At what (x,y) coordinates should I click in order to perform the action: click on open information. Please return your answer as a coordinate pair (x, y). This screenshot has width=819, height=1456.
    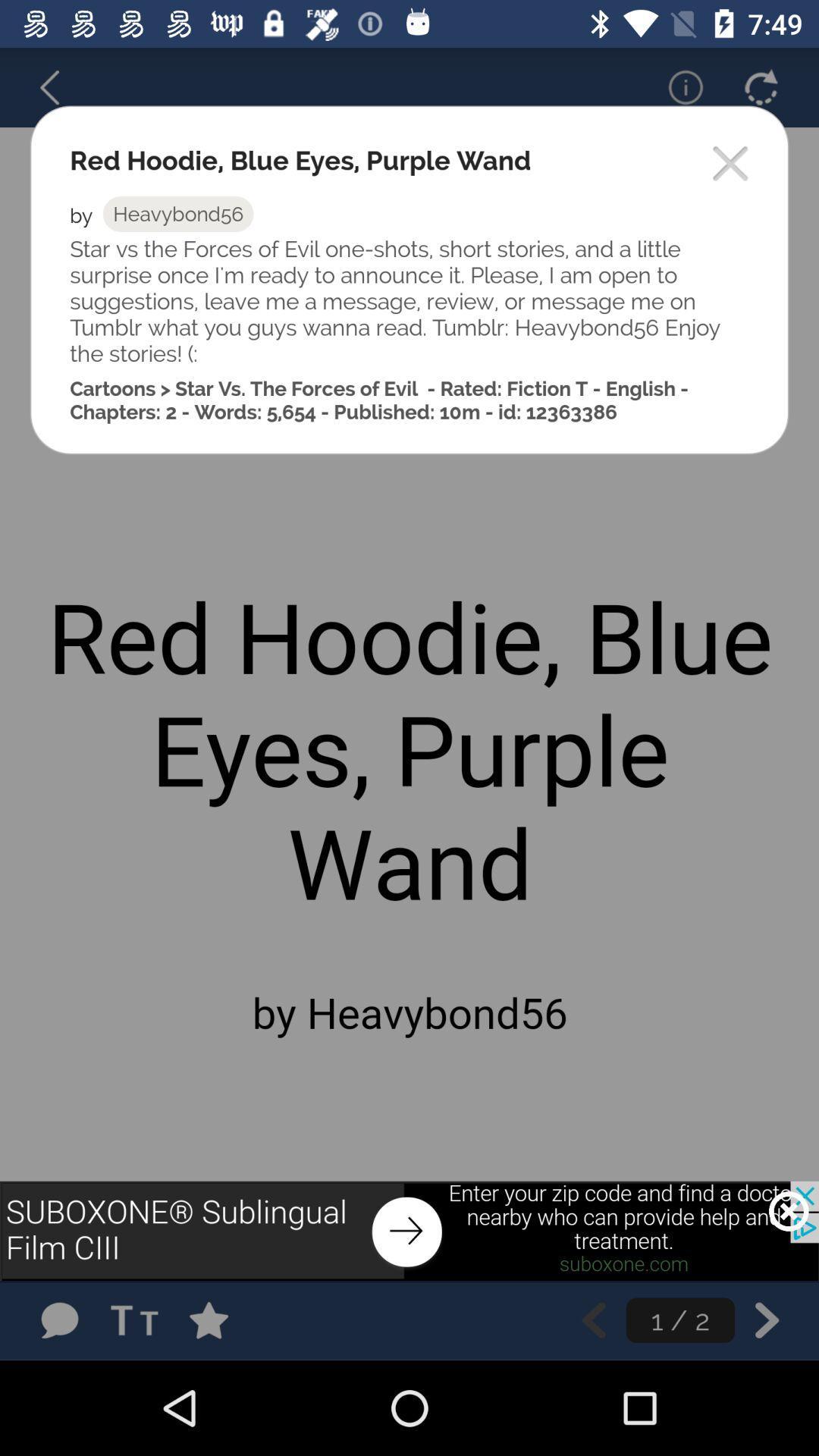
    Looking at the image, I should click on (675, 86).